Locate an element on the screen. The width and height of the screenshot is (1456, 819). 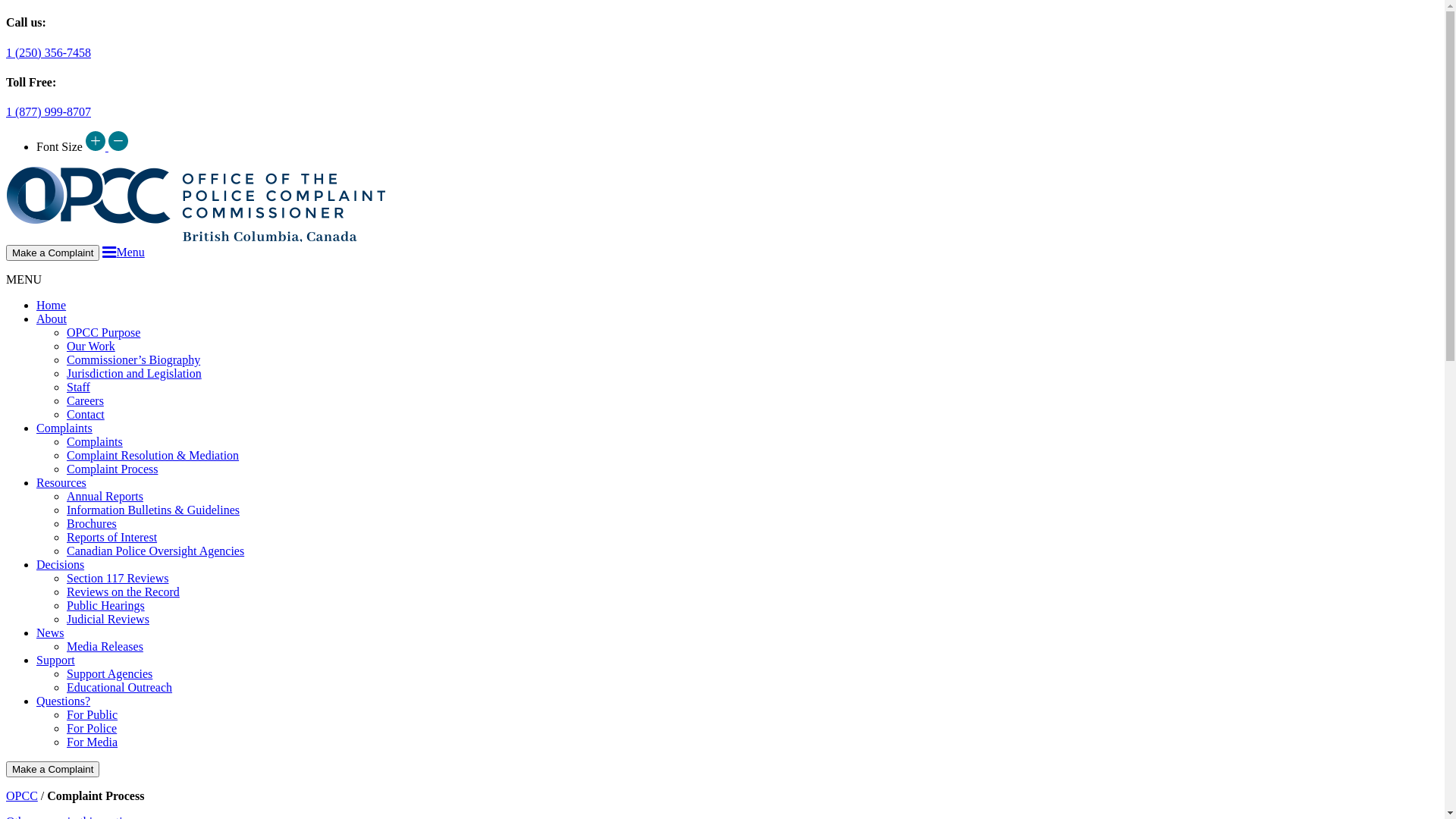
'Brochures' is located at coordinates (90, 522).